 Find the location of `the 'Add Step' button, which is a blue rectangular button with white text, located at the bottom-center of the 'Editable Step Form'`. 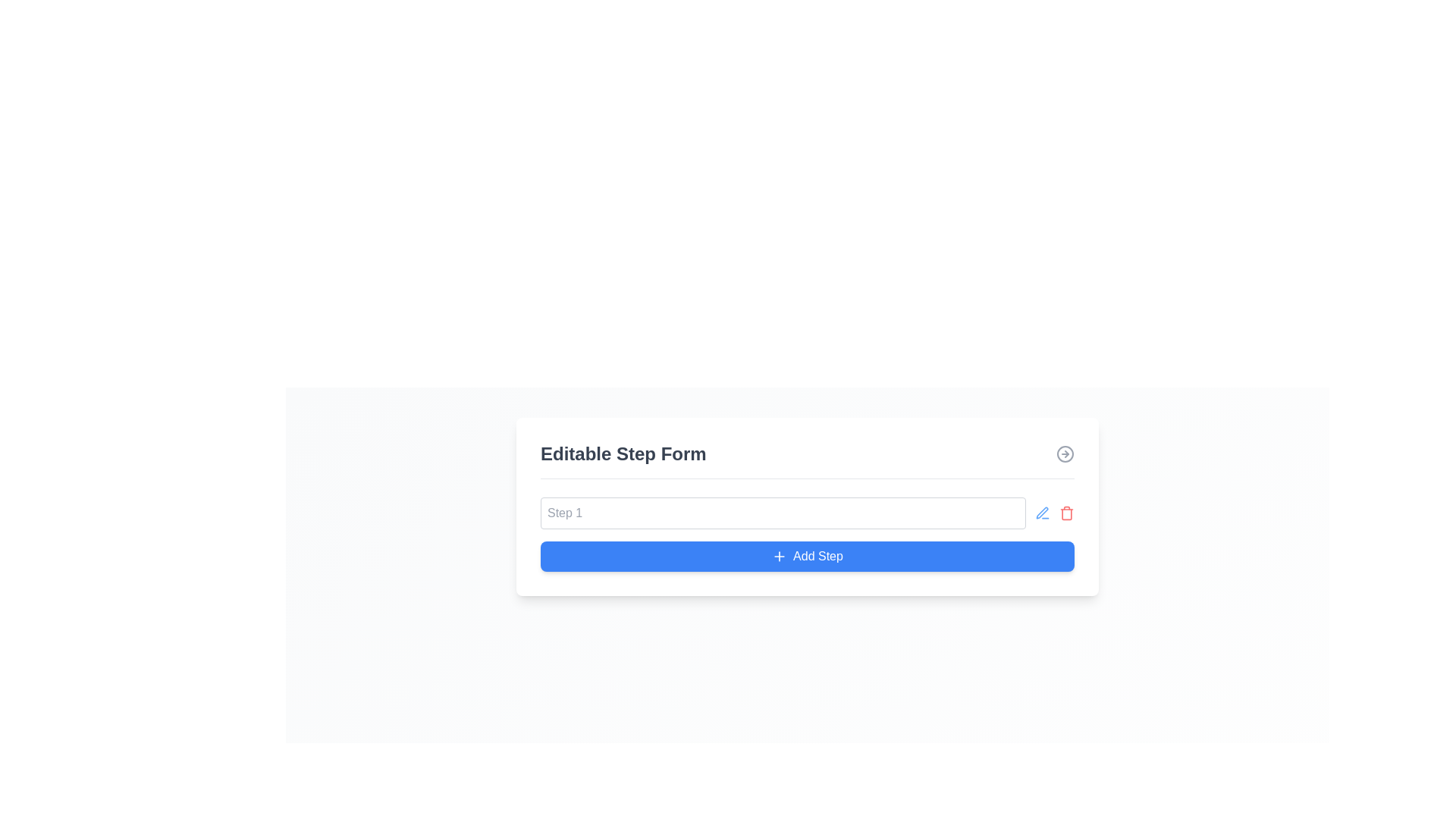

the 'Add Step' button, which is a blue rectangular button with white text, located at the bottom-center of the 'Editable Step Form' is located at coordinates (817, 556).